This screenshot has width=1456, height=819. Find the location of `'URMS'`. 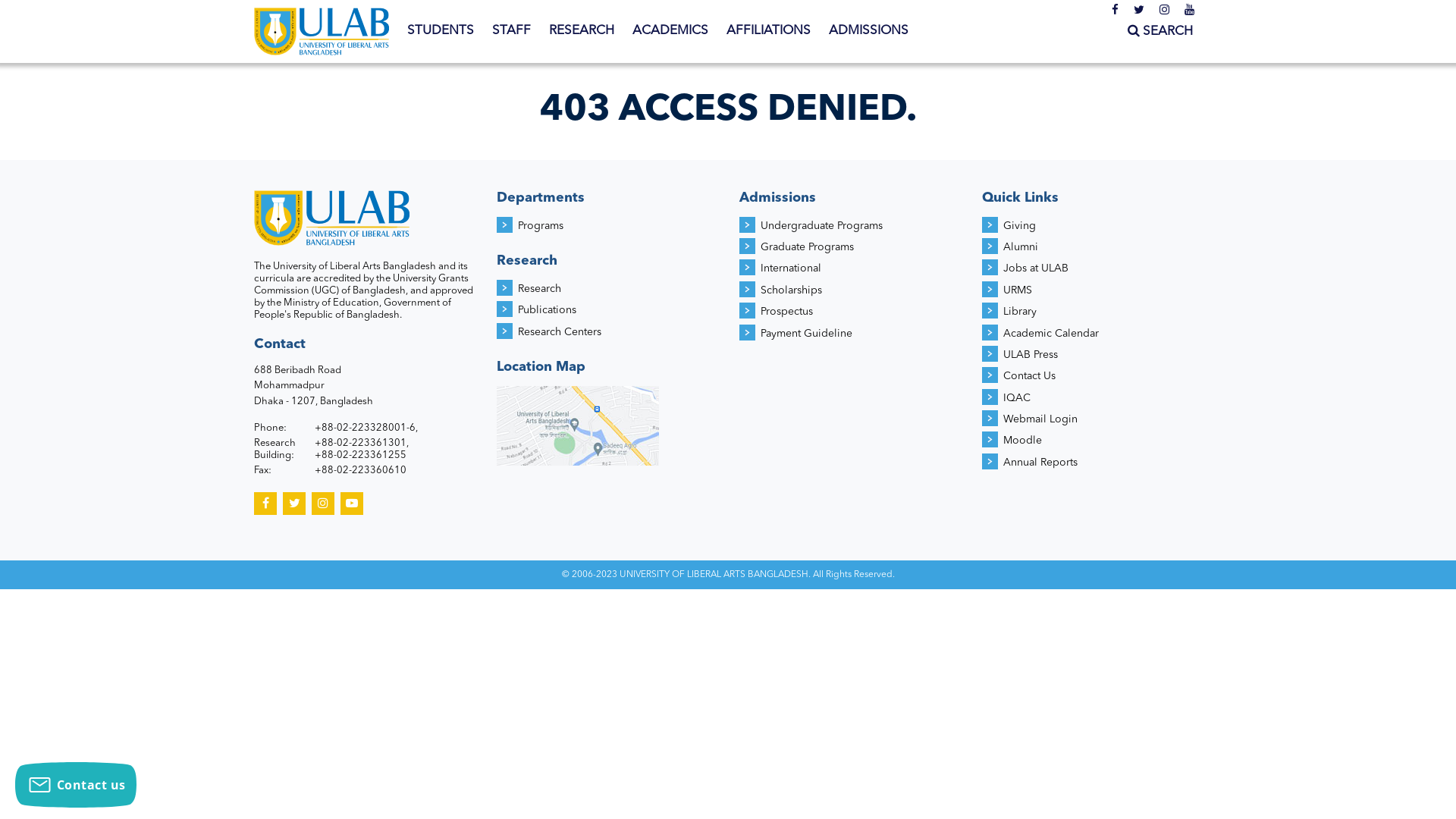

'URMS' is located at coordinates (1018, 290).